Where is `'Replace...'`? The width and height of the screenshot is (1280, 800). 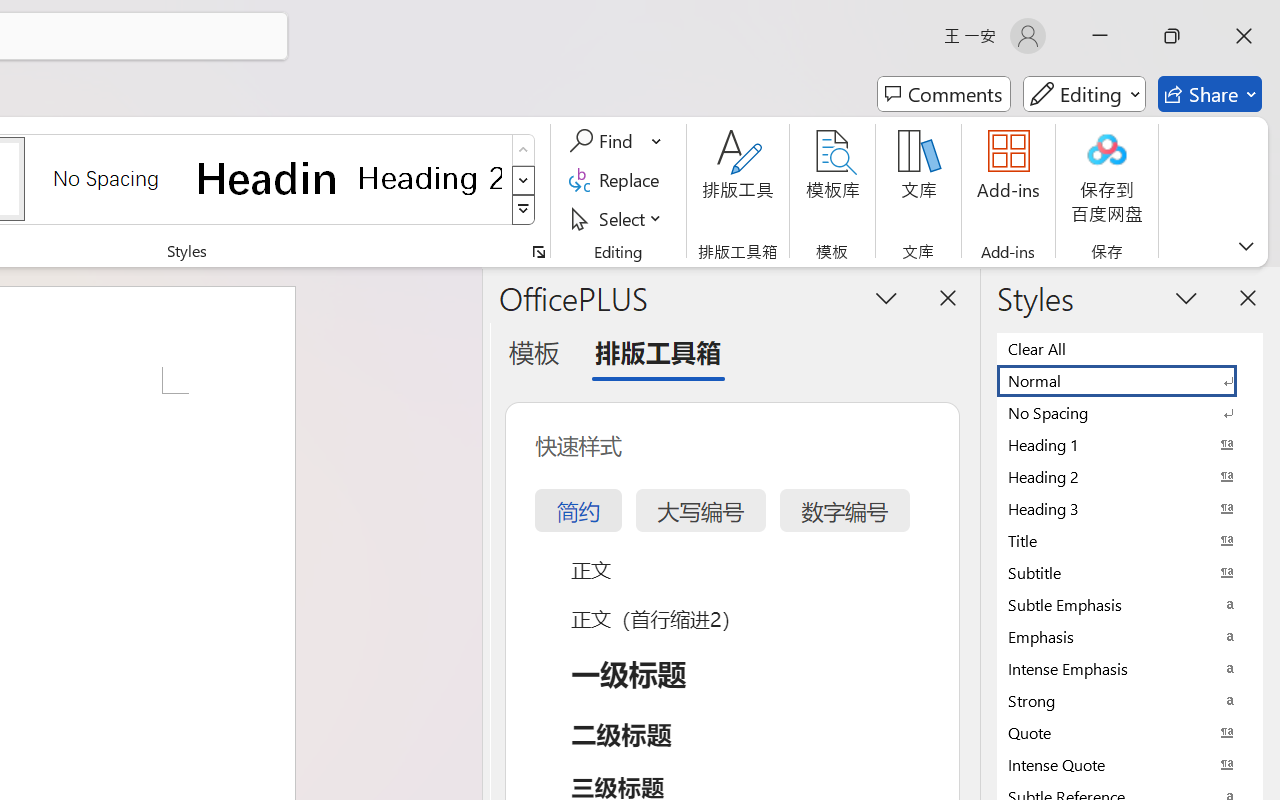
'Replace...' is located at coordinates (616, 179).